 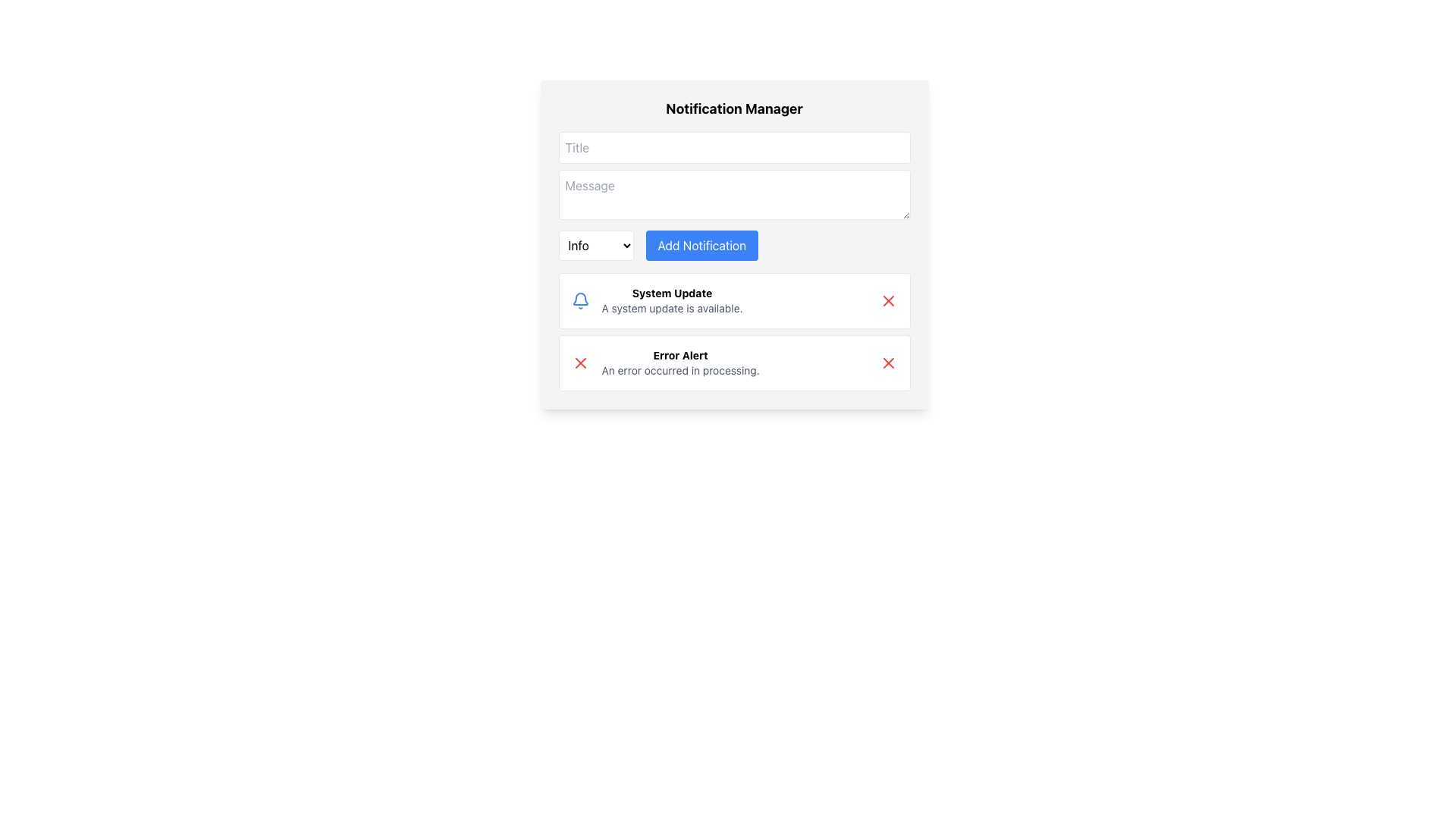 What do you see at coordinates (734, 108) in the screenshot?
I see `text from the header Text Label located at the top-center of the interface, which serves as a descriptive title for the section` at bounding box center [734, 108].